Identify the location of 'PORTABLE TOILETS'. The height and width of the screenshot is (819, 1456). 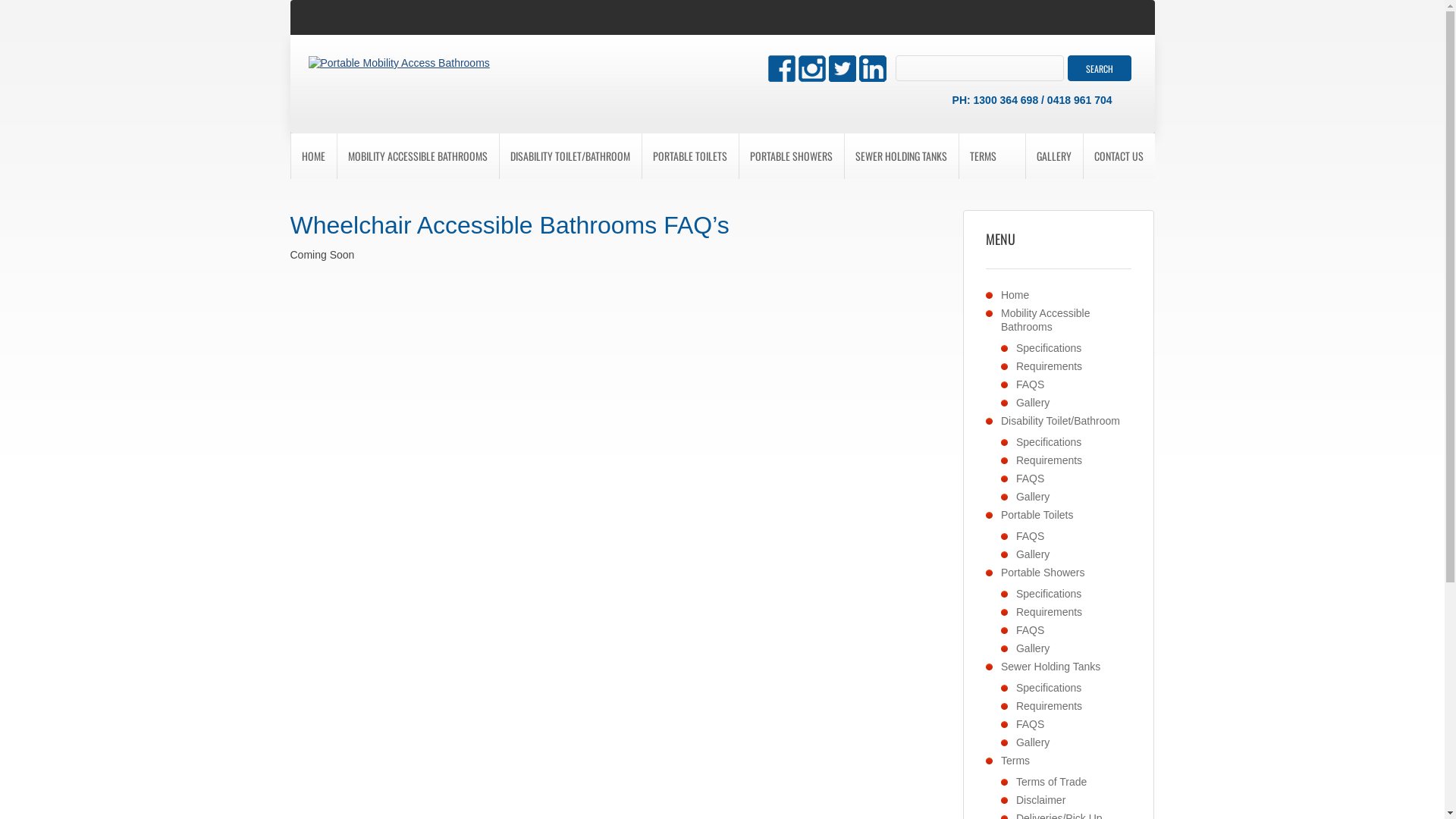
(689, 155).